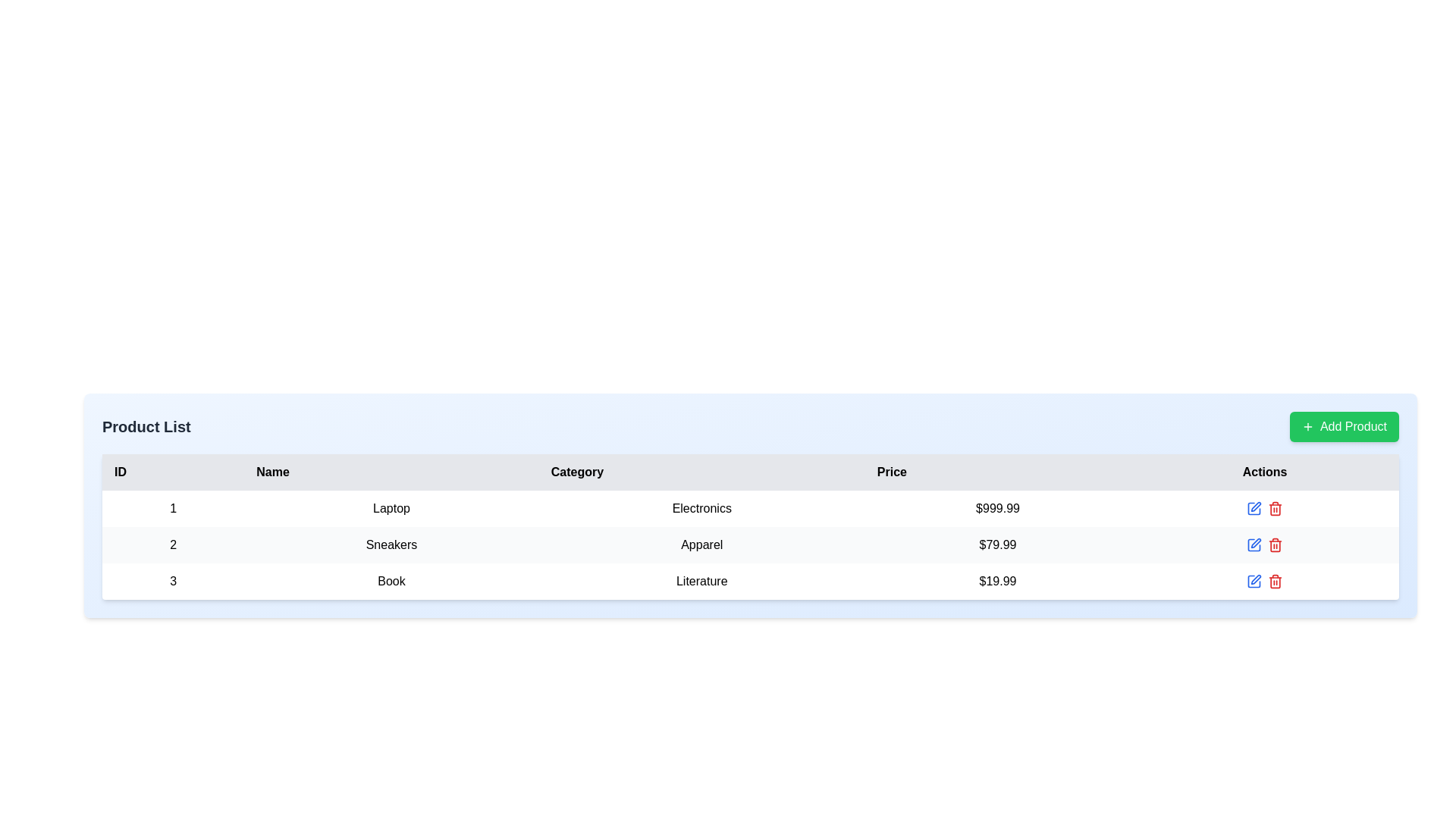 Image resolution: width=1456 pixels, height=819 pixels. Describe the element at coordinates (1275, 581) in the screenshot. I see `the delete icon button in the 'Actions' column of the third row in the table` at that location.